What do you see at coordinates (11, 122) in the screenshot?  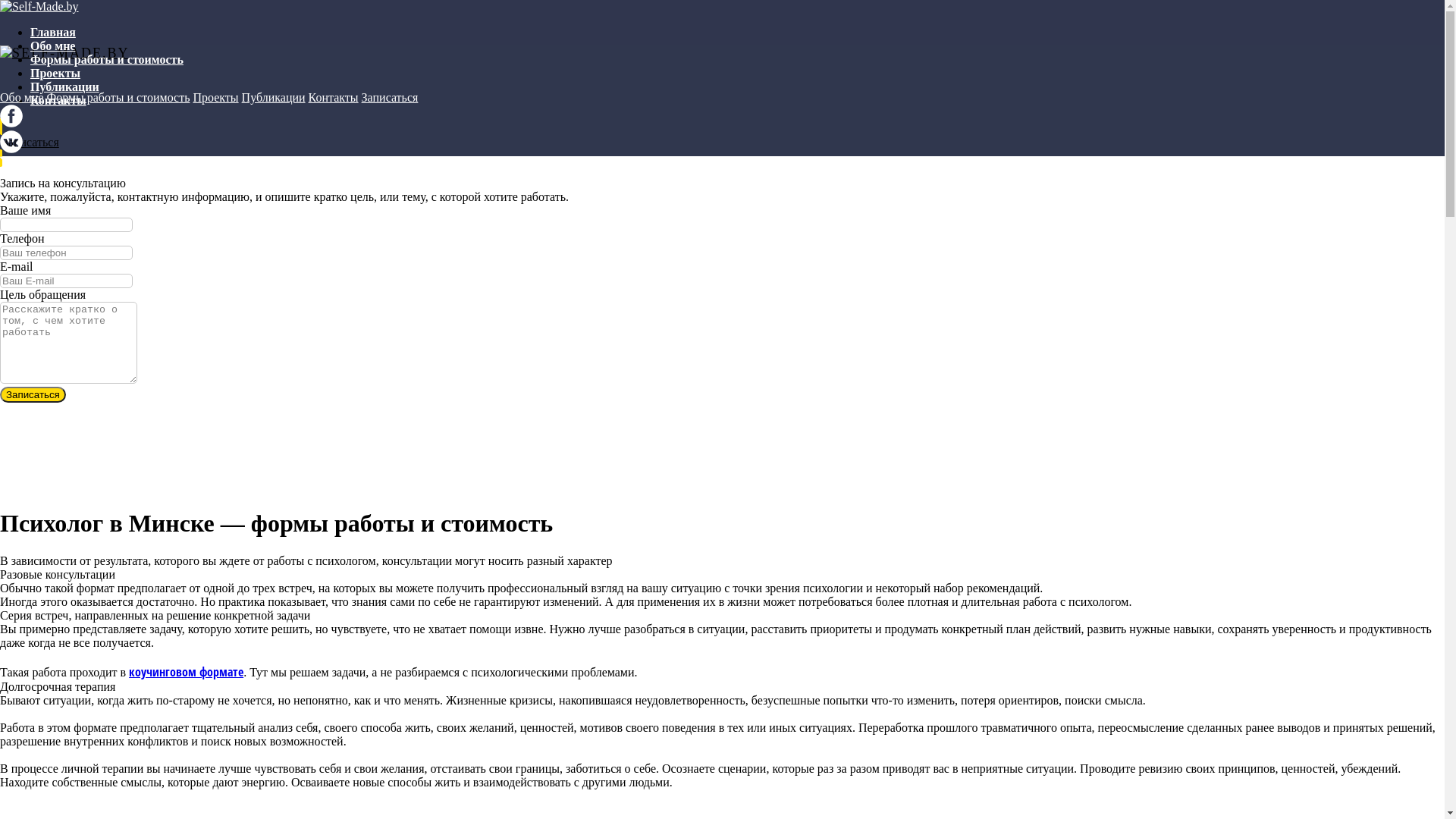 I see `'Facebook'` at bounding box center [11, 122].